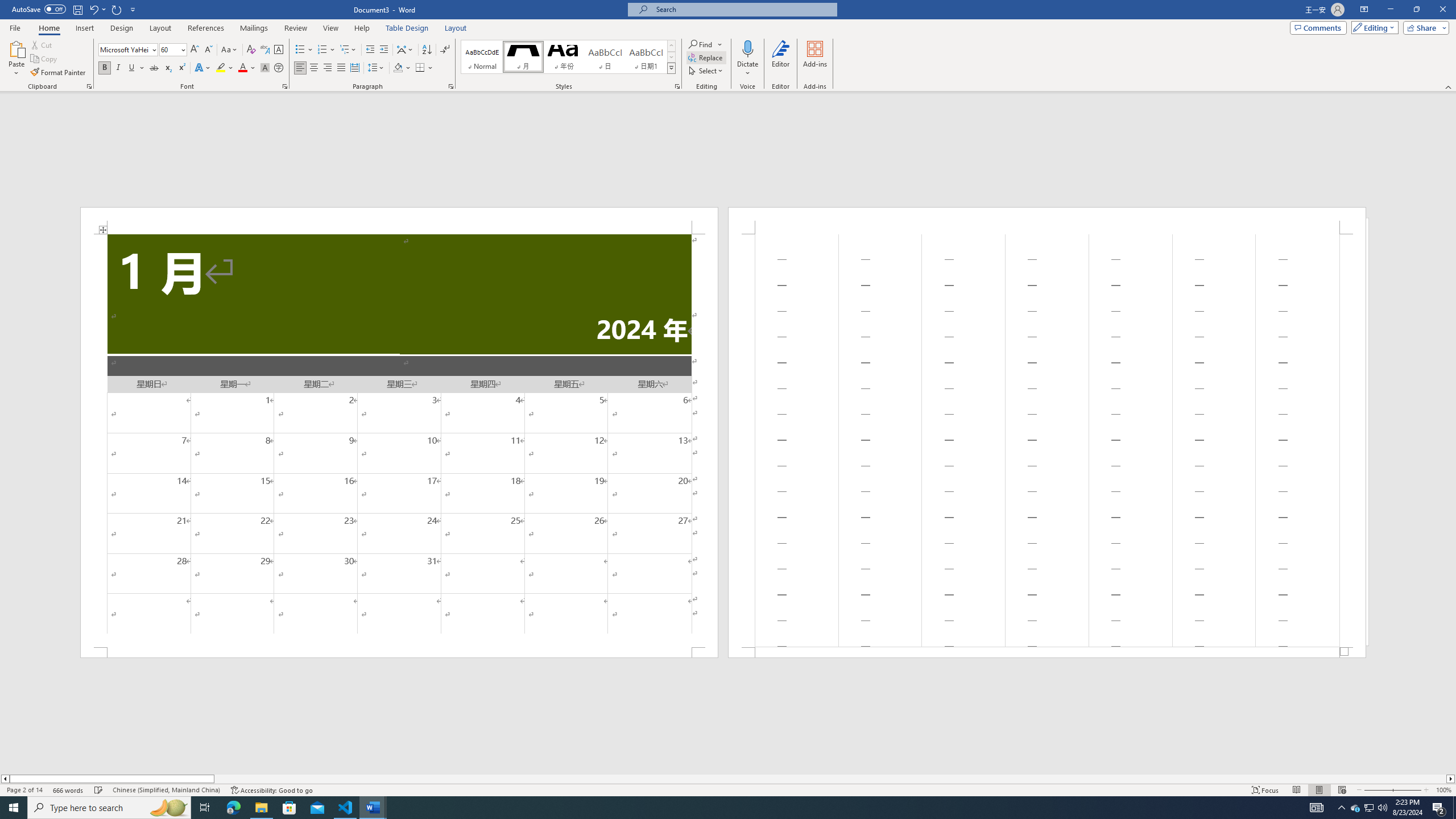 The width and height of the screenshot is (1456, 819). I want to click on 'Web Layout', so click(1342, 790).